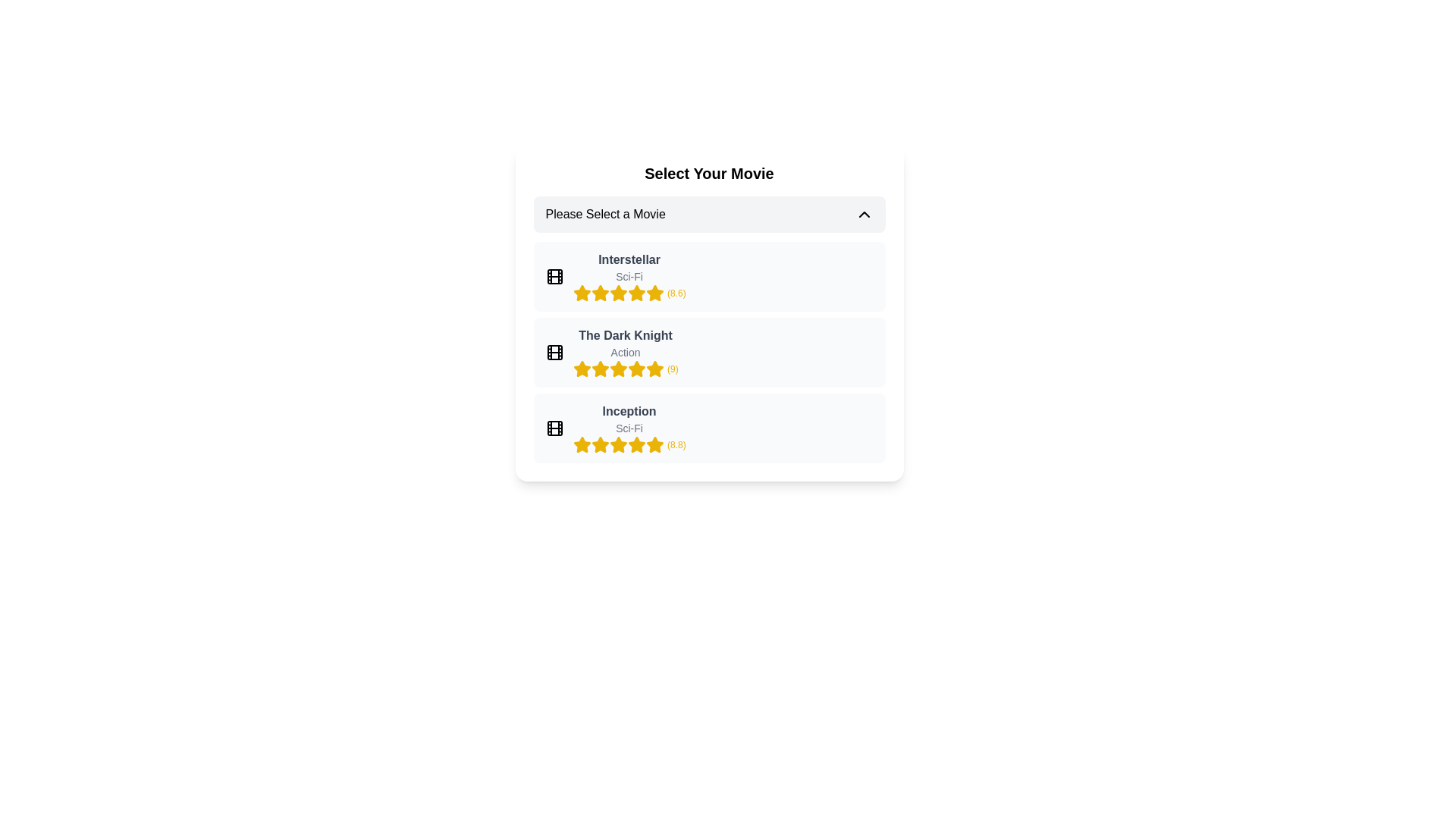 The width and height of the screenshot is (1456, 819). Describe the element at coordinates (629, 428) in the screenshot. I see `the text label displaying the genre 'Sci-Fi' for the movie 'Inception', which is located in the second row of the item's text structure` at that location.